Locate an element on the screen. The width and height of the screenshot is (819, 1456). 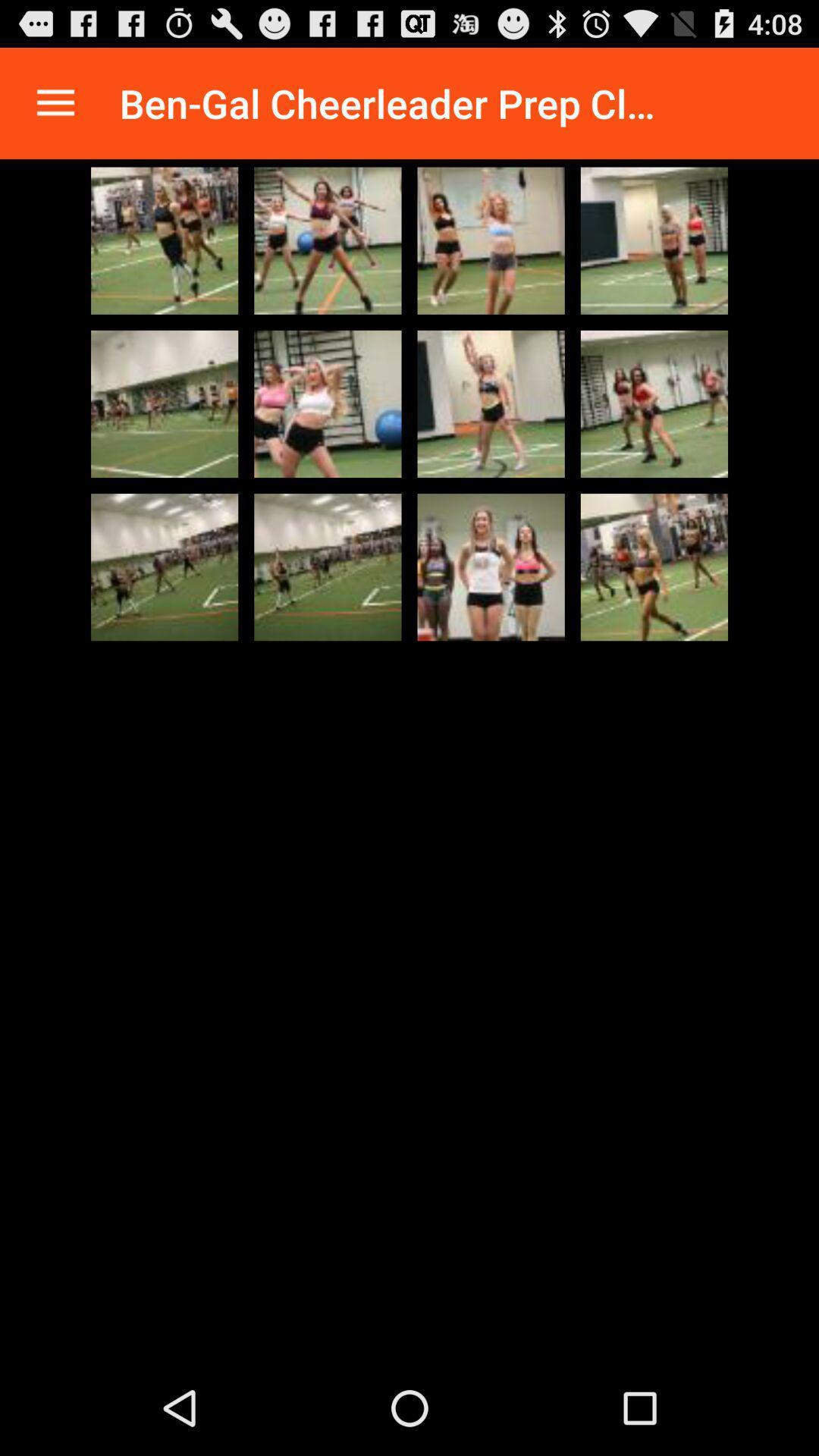
clickable picture is located at coordinates (491, 566).